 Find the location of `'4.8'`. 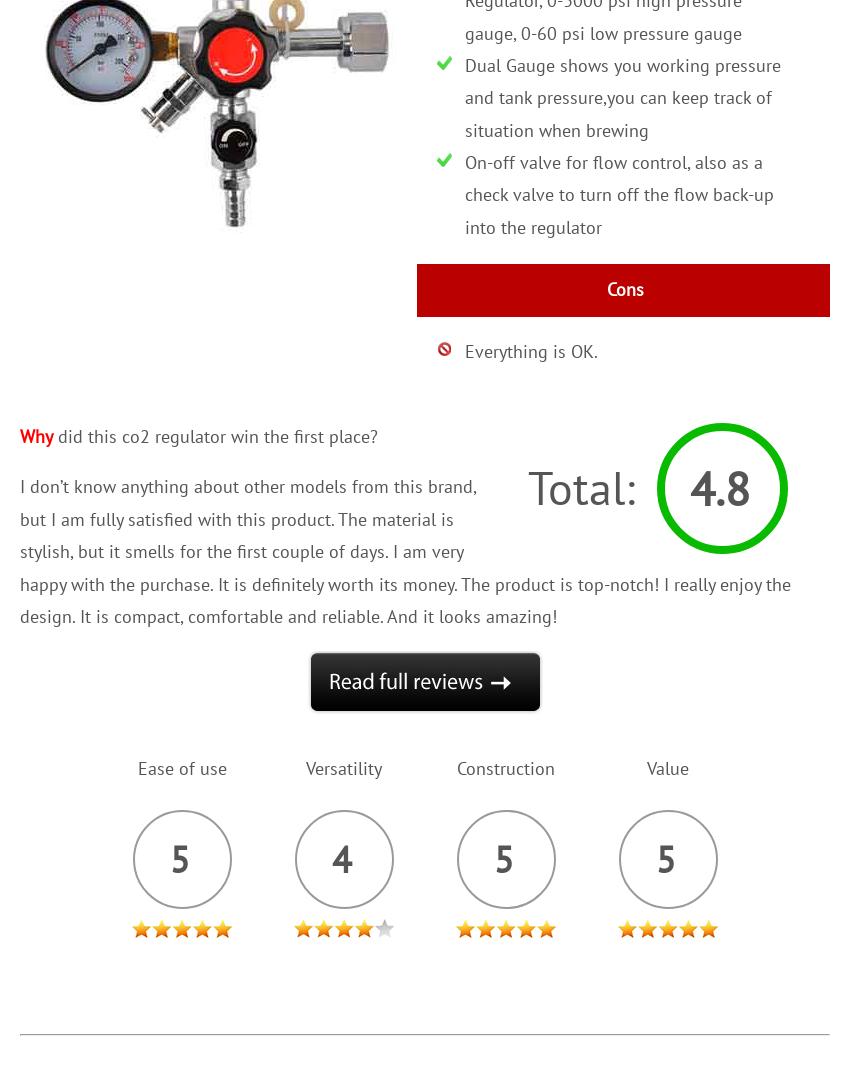

'4.8' is located at coordinates (719, 486).